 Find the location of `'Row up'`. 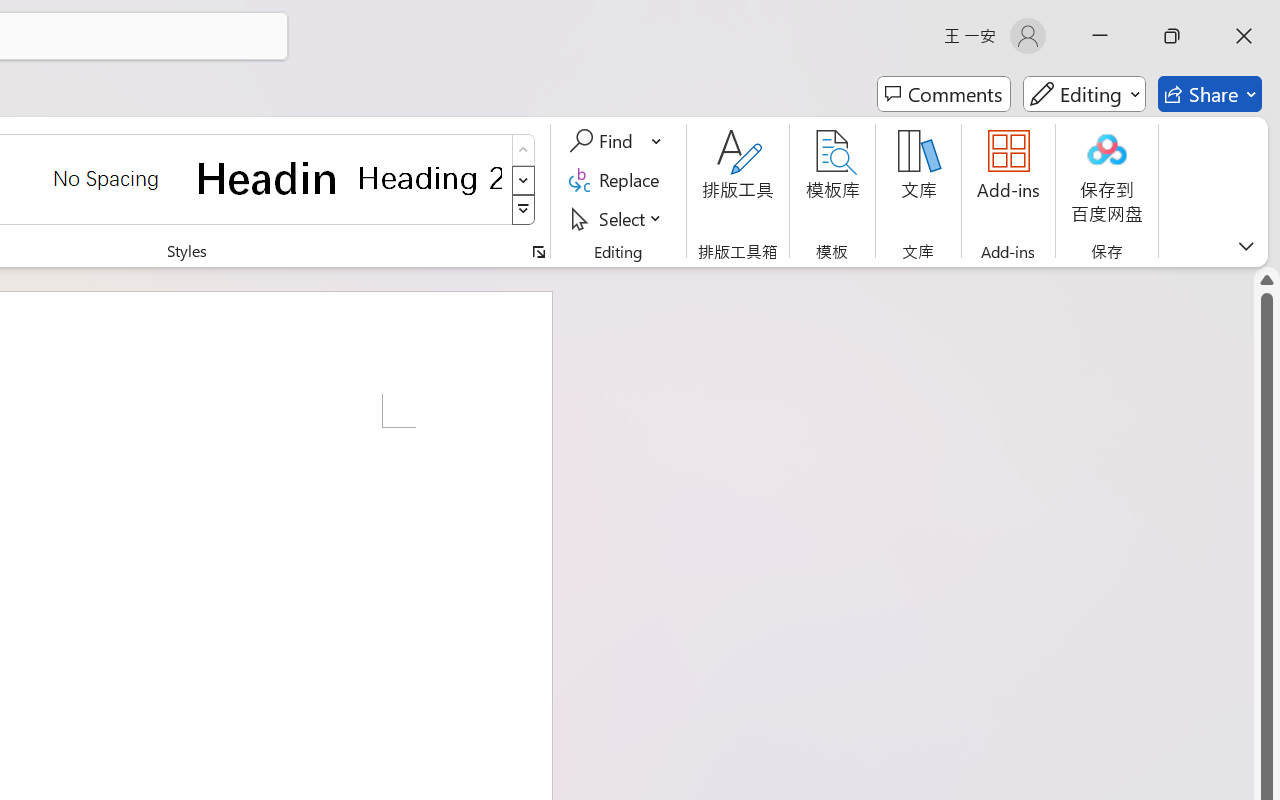

'Row up' is located at coordinates (523, 150).